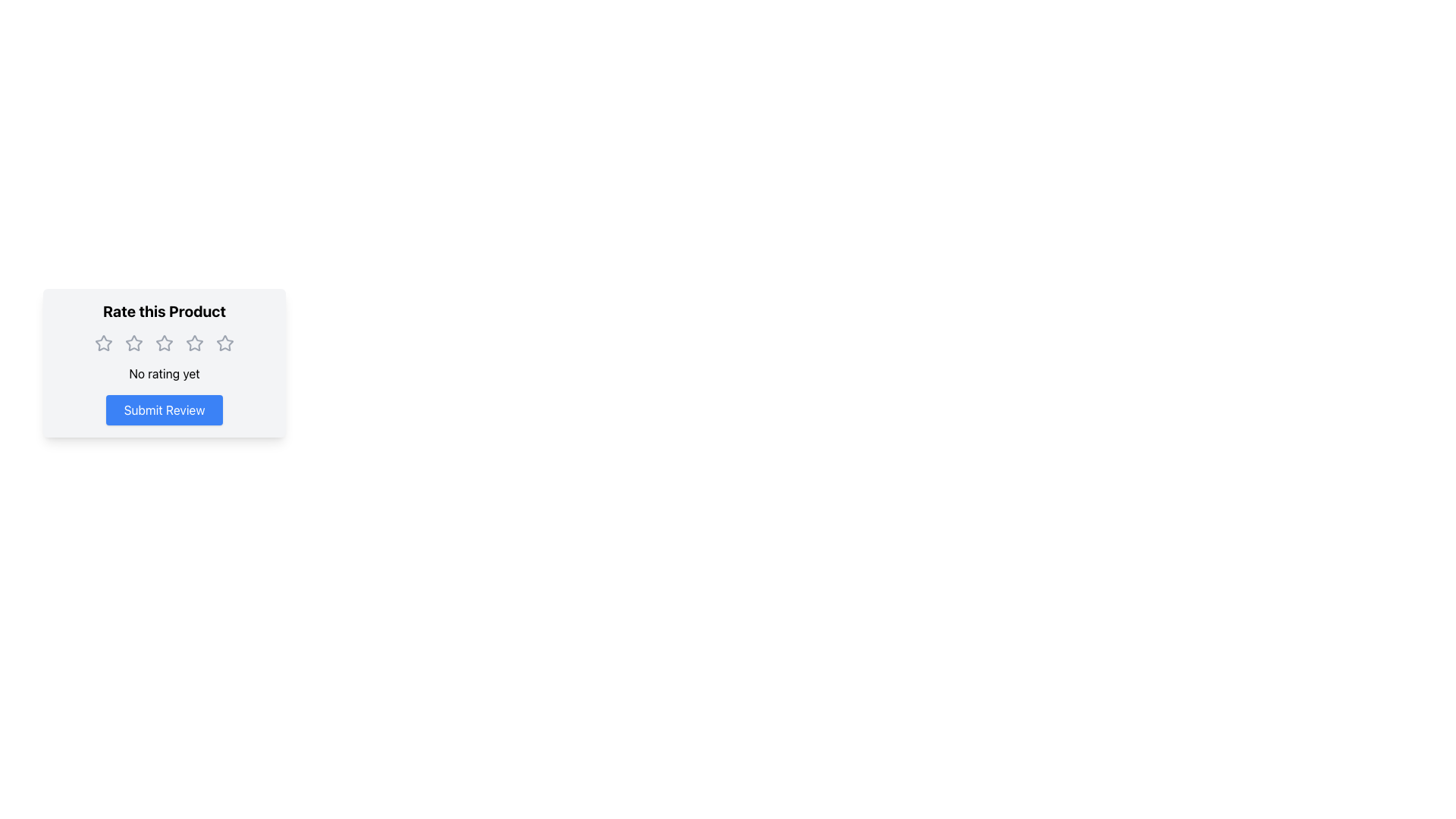 The height and width of the screenshot is (819, 1456). What do you see at coordinates (164, 343) in the screenshot?
I see `the third star icon in the rating section` at bounding box center [164, 343].